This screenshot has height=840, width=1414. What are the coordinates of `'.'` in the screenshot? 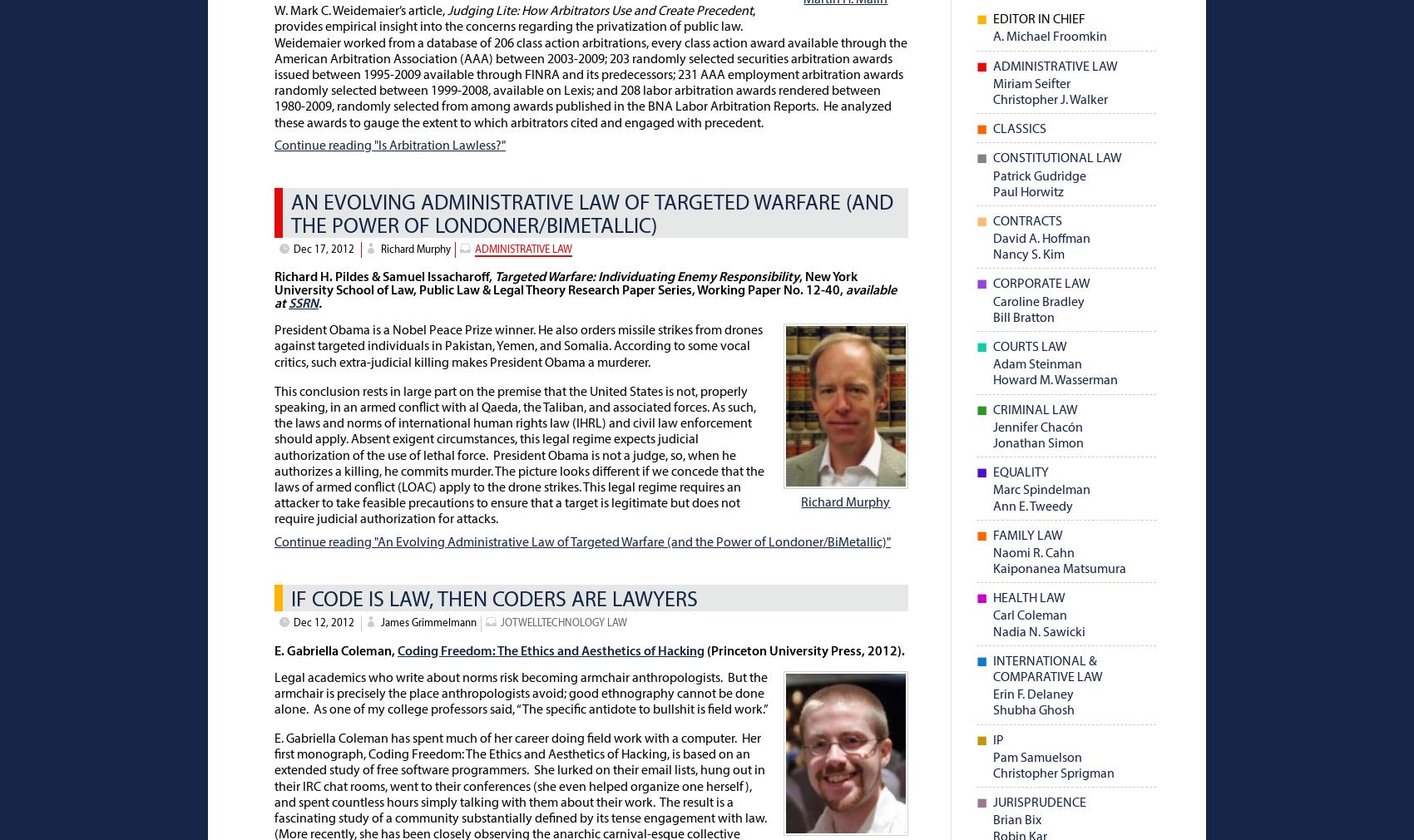 It's located at (320, 304).